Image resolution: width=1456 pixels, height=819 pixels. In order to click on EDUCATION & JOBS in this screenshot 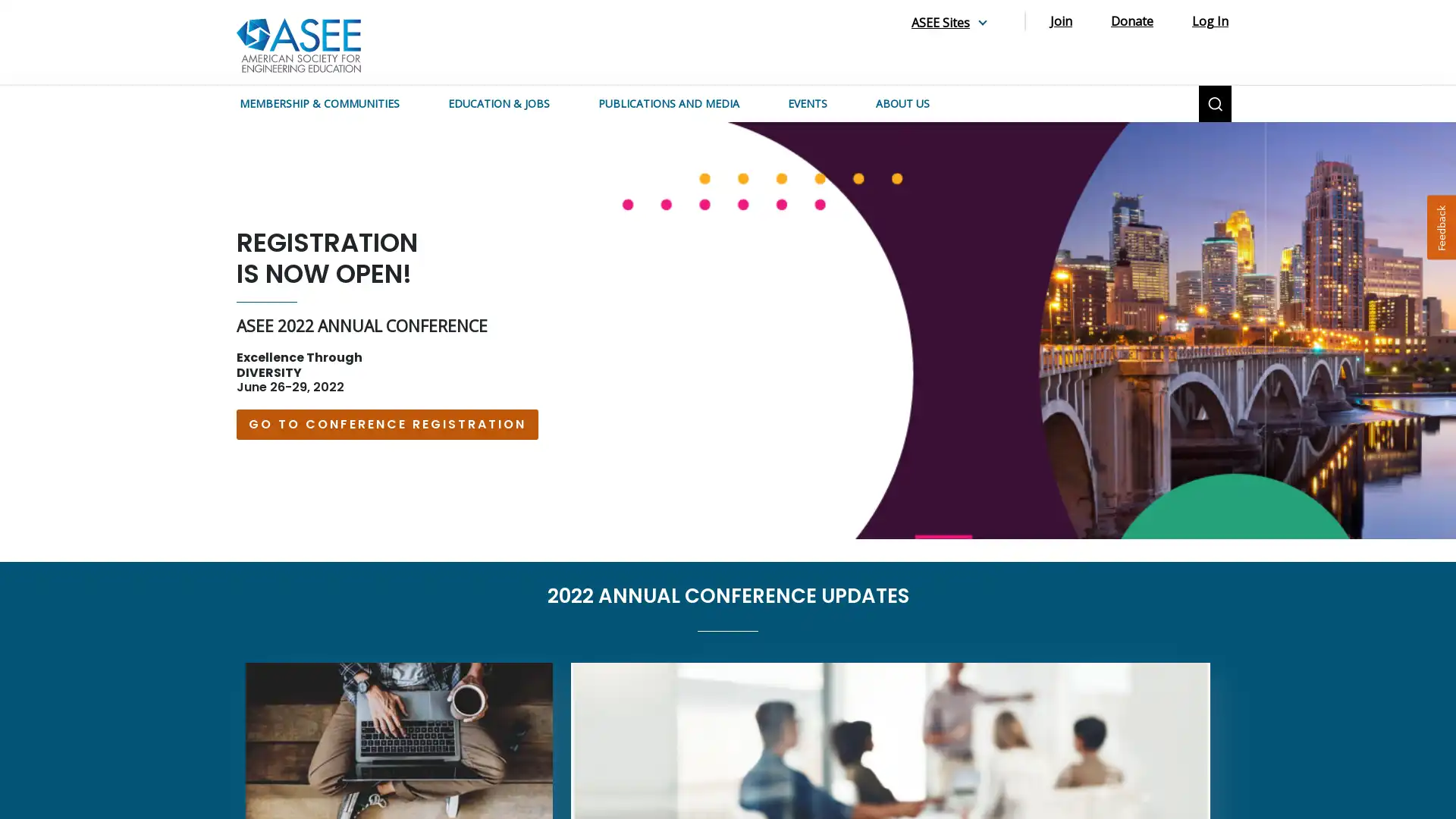, I will do `click(510, 103)`.